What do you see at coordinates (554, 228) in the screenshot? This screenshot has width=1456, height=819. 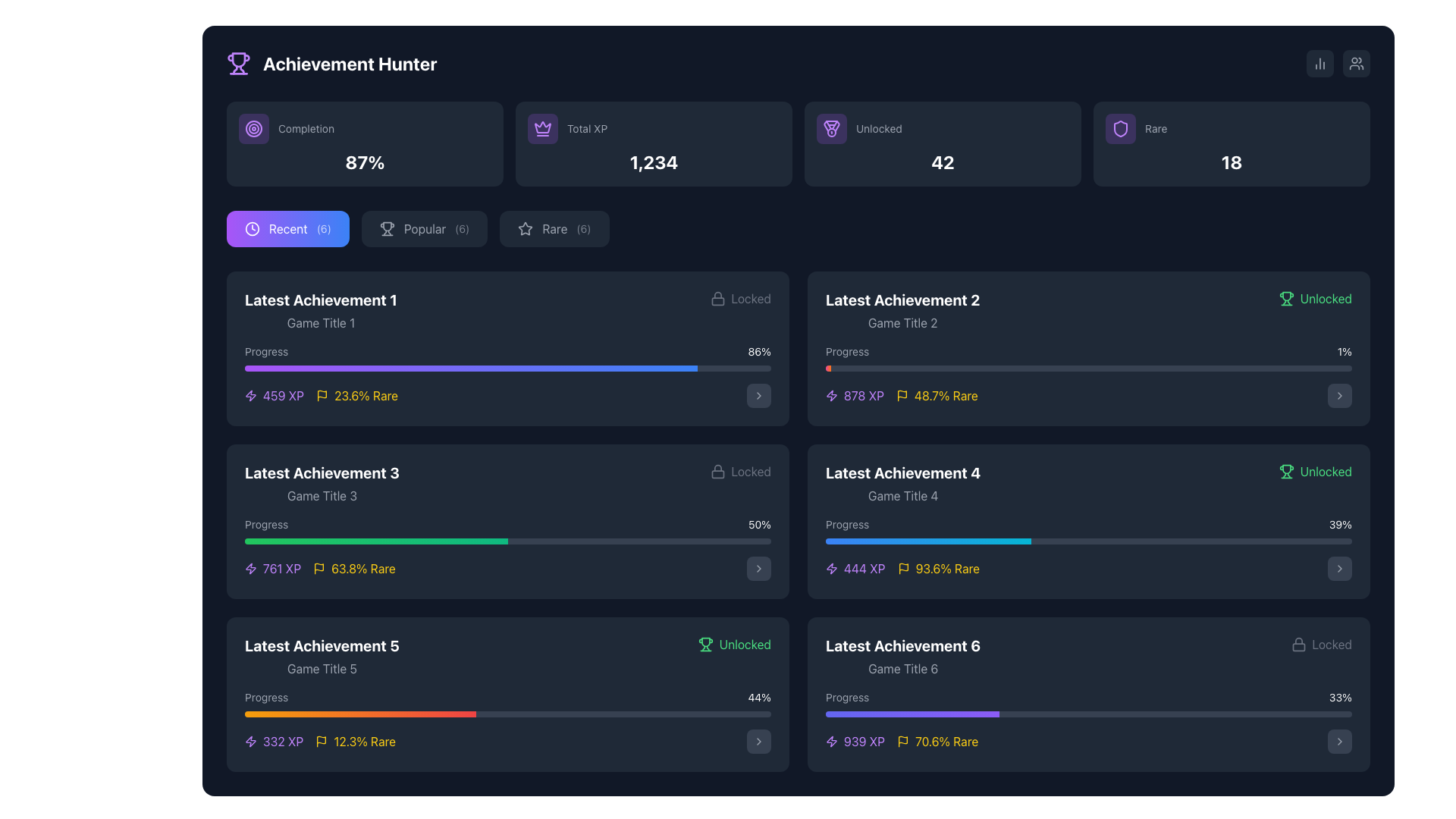 I see `the third button labeled 'Rare(6)' with a star outline icon` at bounding box center [554, 228].